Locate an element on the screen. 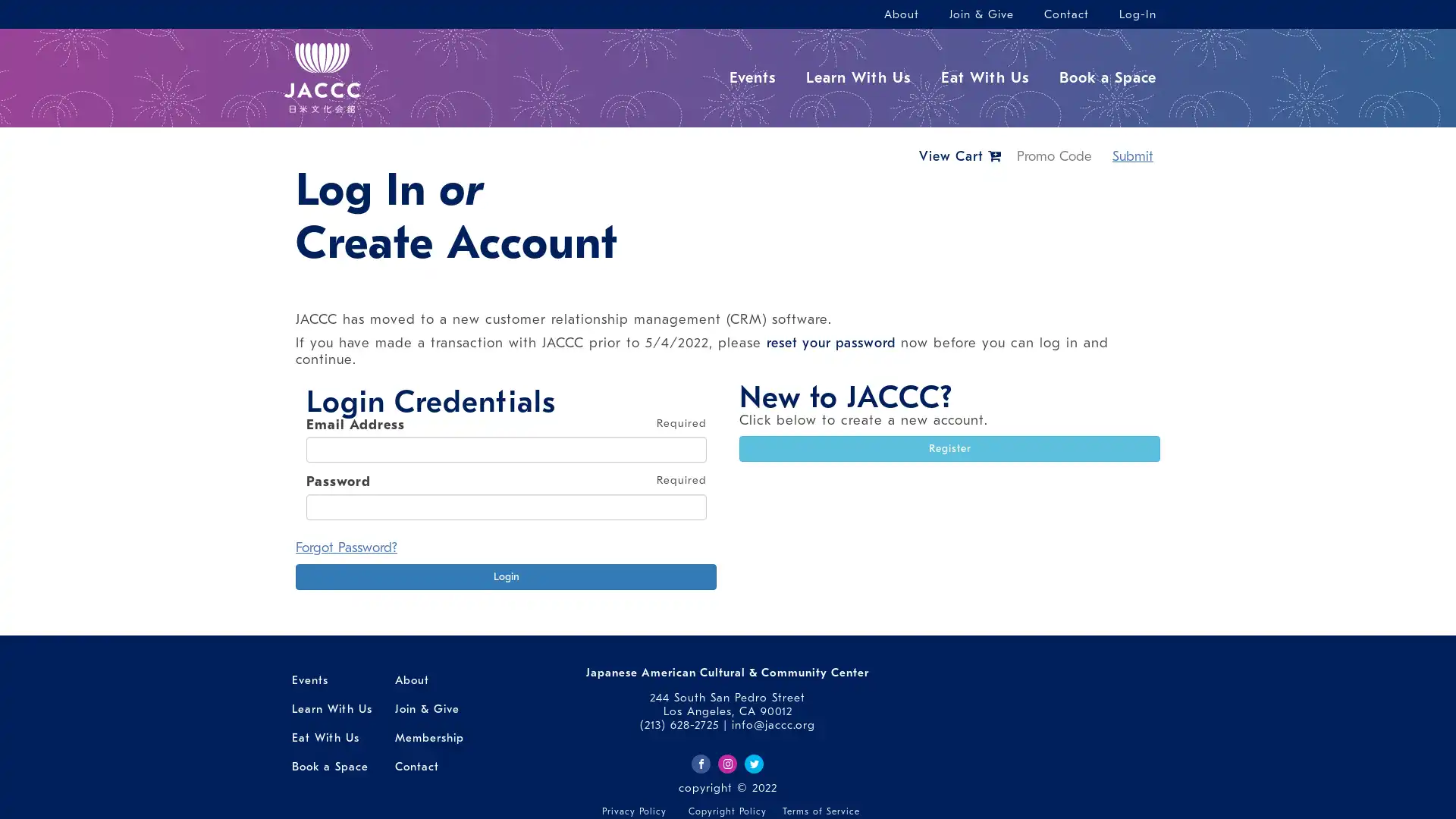  Login is located at coordinates (506, 576).